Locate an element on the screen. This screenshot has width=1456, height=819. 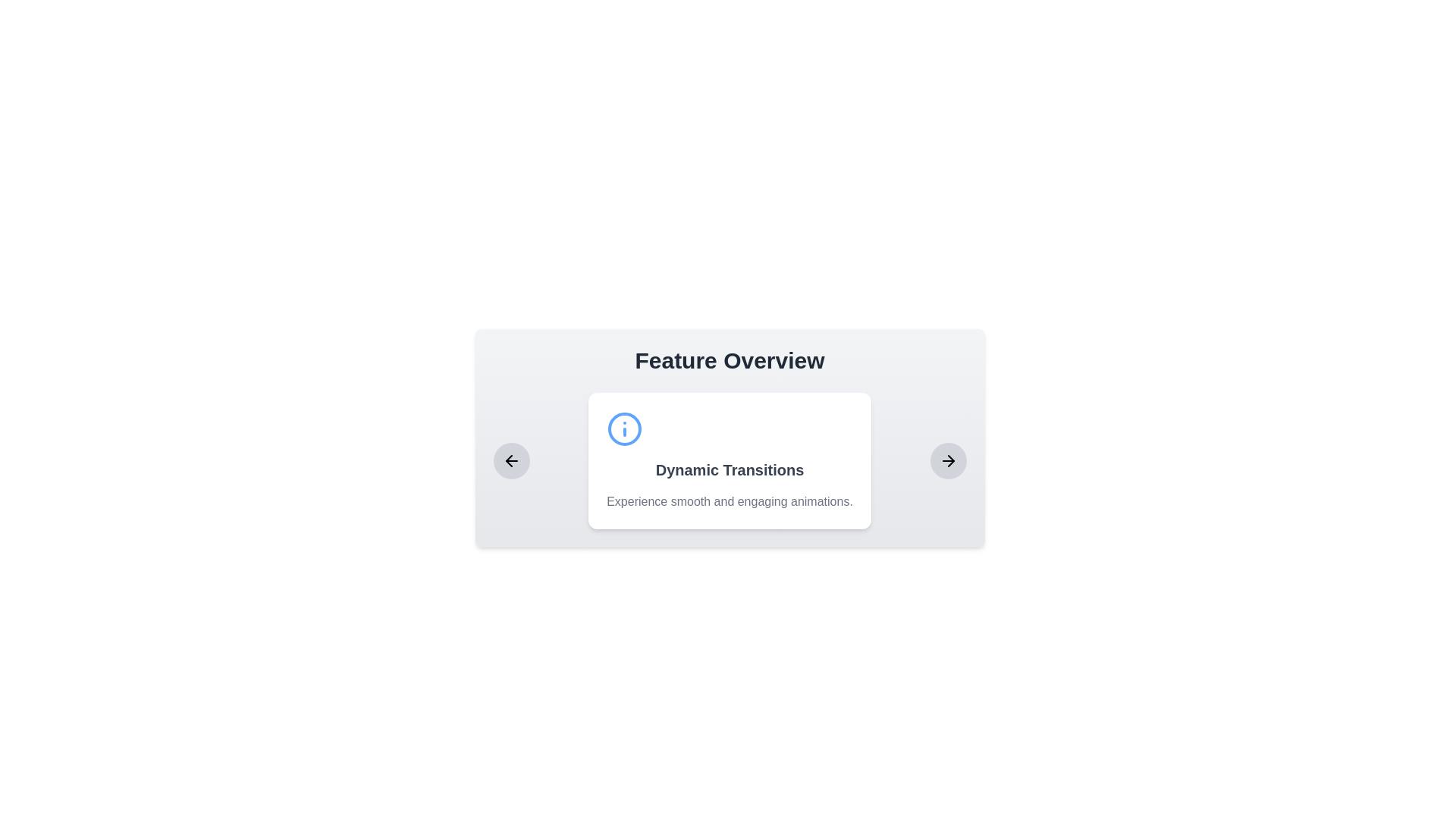
the circular icon with a blue outline containing an 'i' symbol located at the top left corner of the 'Dynamic Transitions' card is located at coordinates (625, 429).